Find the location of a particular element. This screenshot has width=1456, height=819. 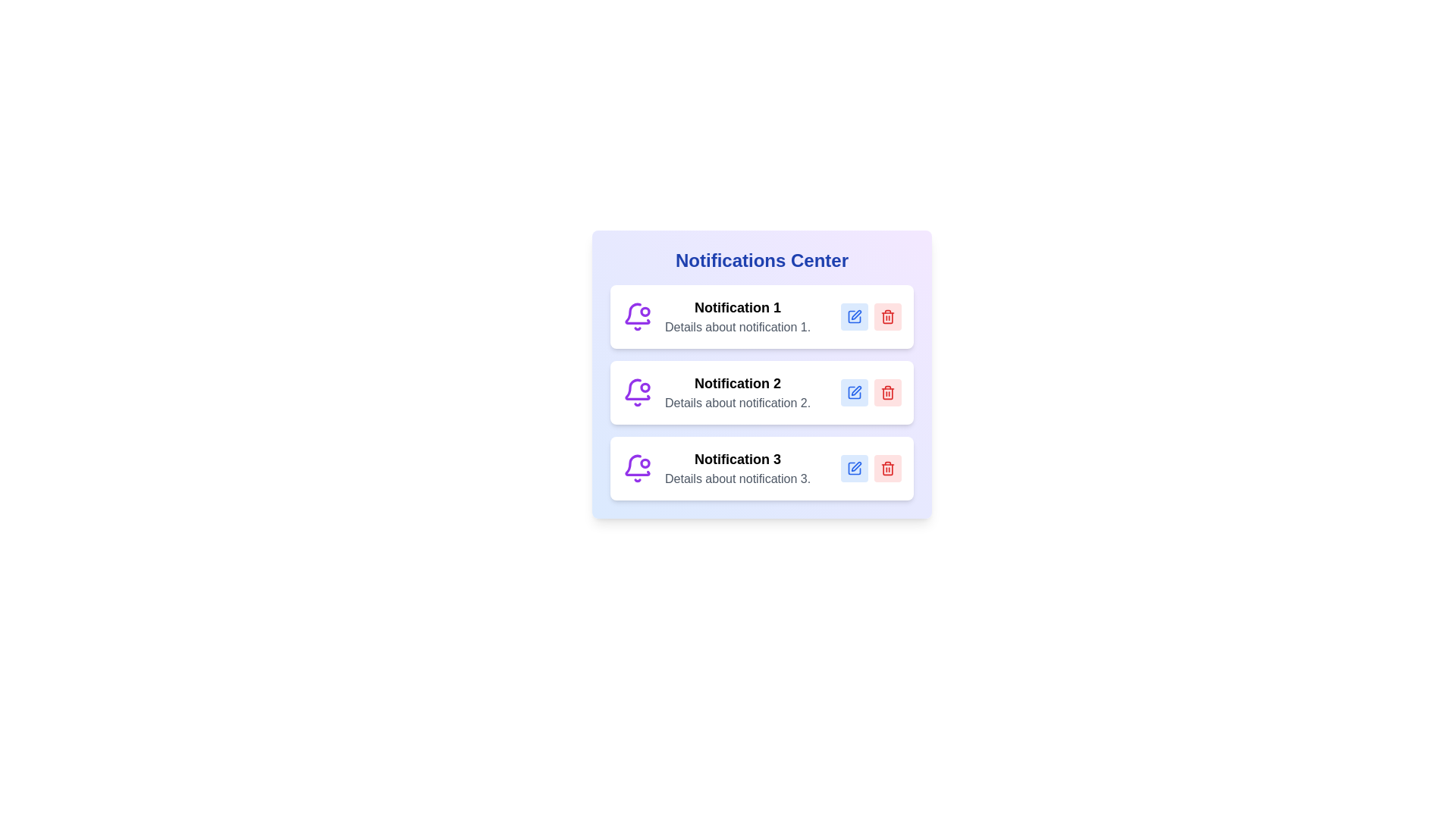

the edit button for the first notification item is located at coordinates (855, 315).